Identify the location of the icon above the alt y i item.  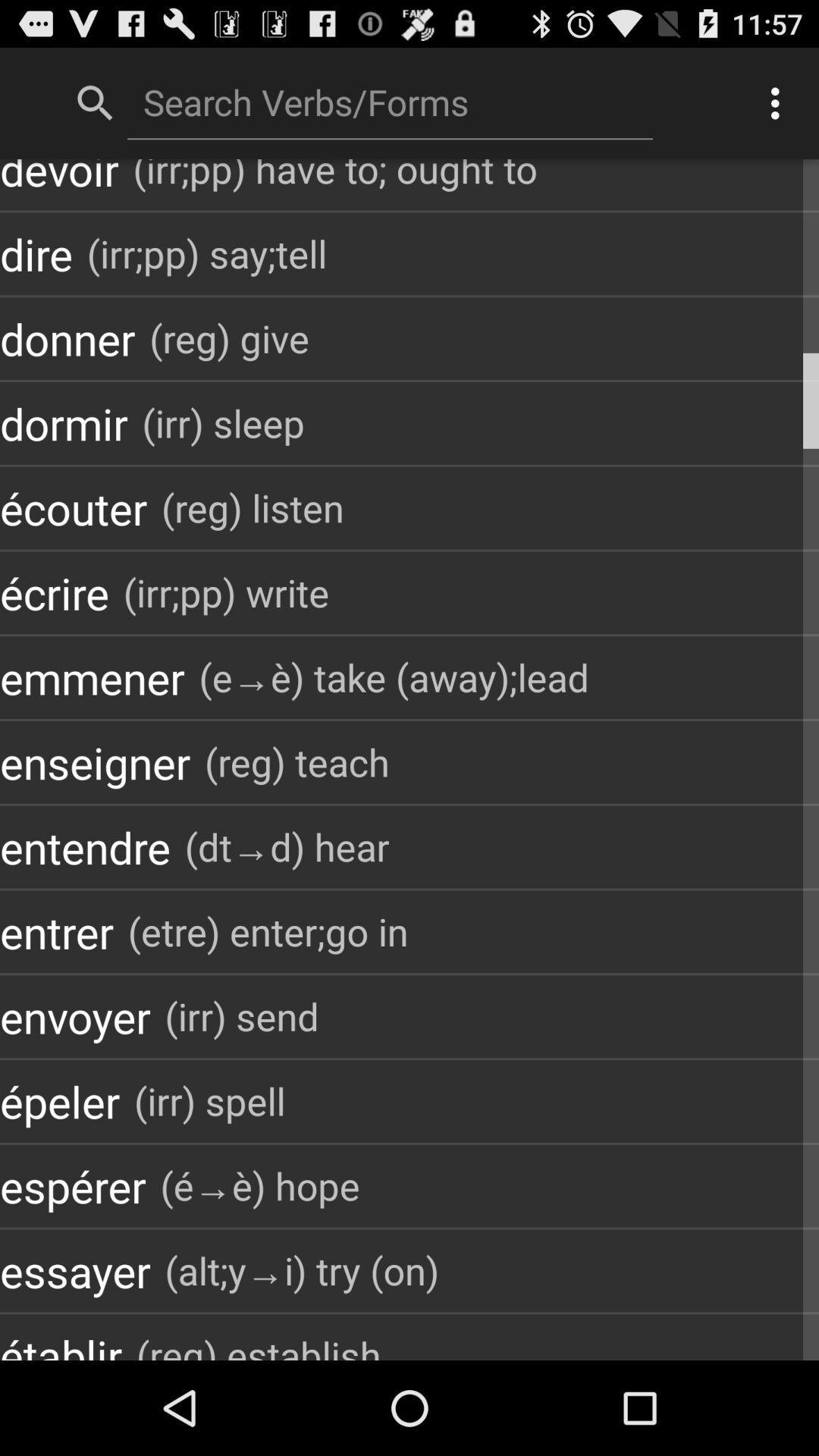
(259, 1185).